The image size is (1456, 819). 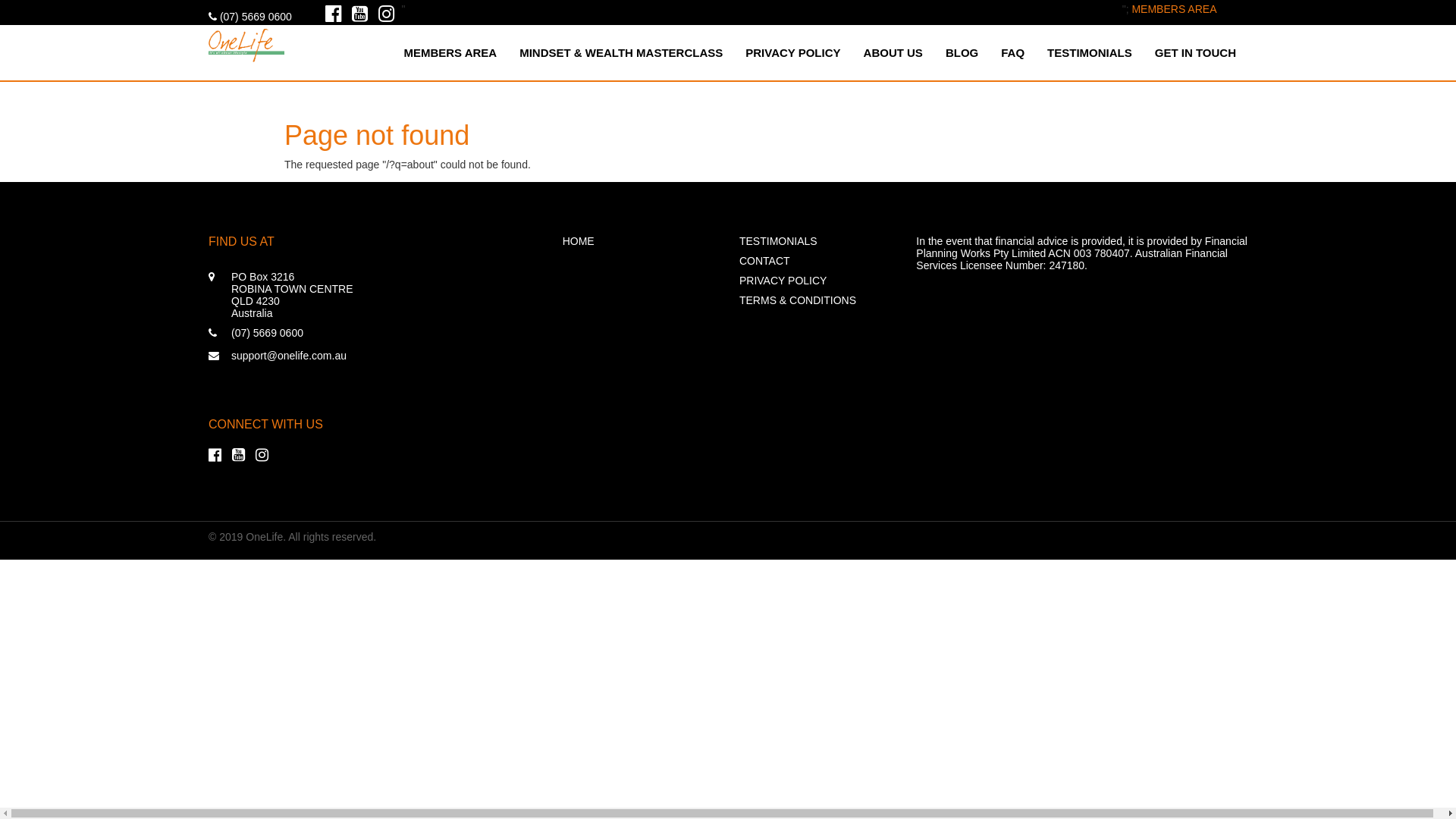 What do you see at coordinates (246, 42) in the screenshot?
I see `'Home'` at bounding box center [246, 42].